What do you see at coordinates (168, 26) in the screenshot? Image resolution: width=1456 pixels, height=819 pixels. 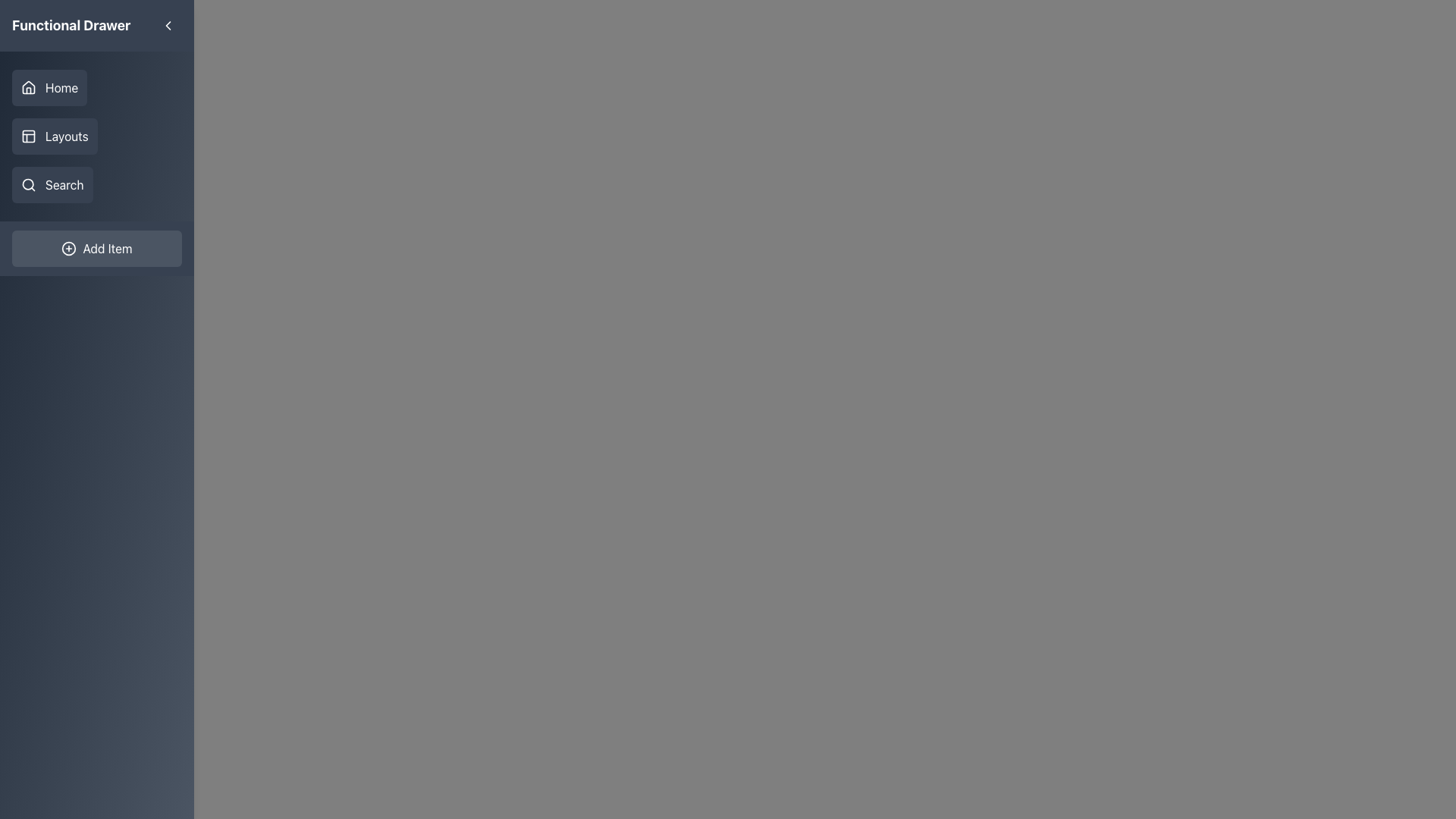 I see `the button with a left chevron icon located in the upper-right corner of the dark side navigation panel, adjacent to the title 'Functional Drawer'` at bounding box center [168, 26].